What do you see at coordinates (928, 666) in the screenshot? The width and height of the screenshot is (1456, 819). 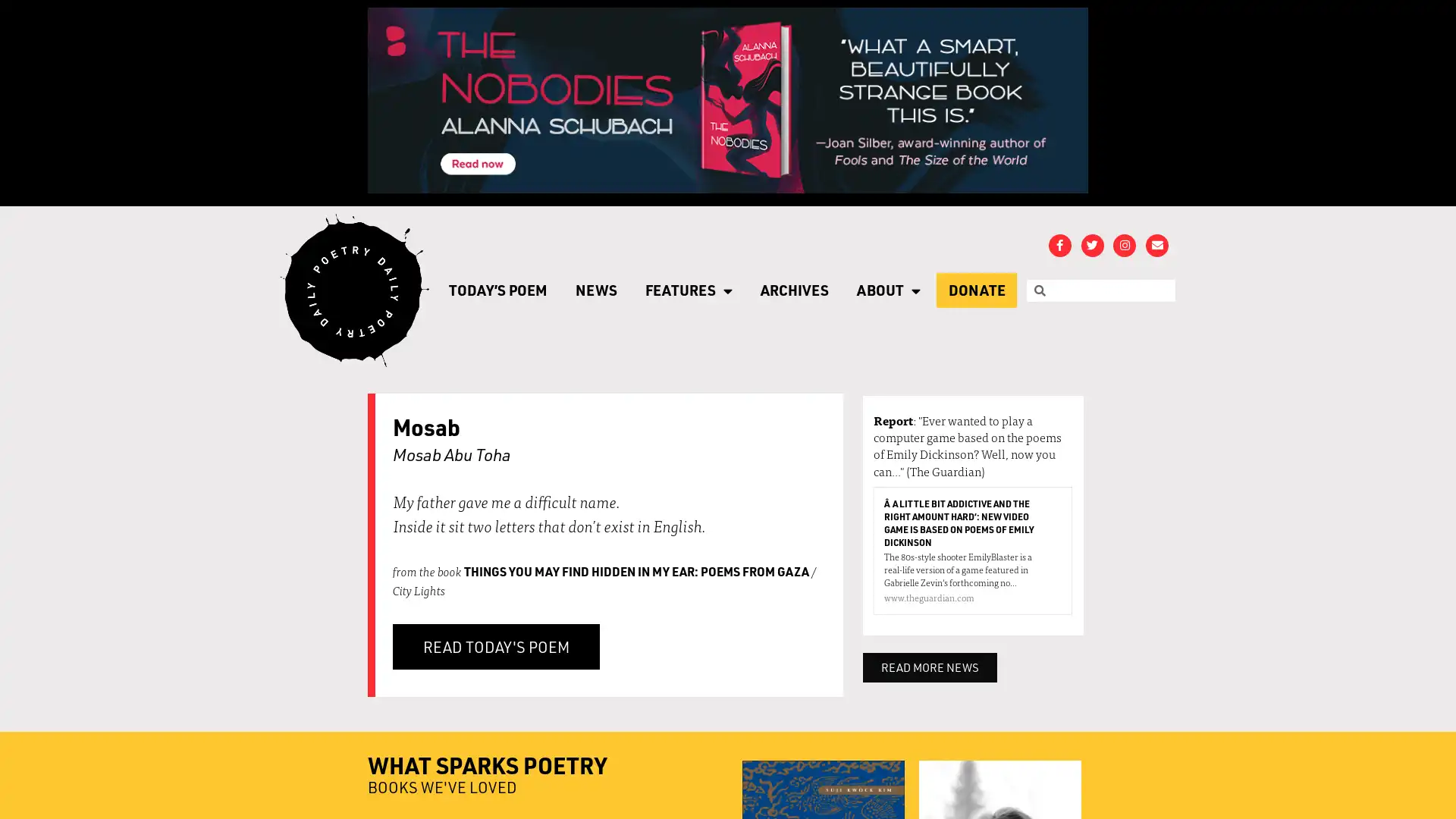 I see `READ MORE NEWS` at bounding box center [928, 666].